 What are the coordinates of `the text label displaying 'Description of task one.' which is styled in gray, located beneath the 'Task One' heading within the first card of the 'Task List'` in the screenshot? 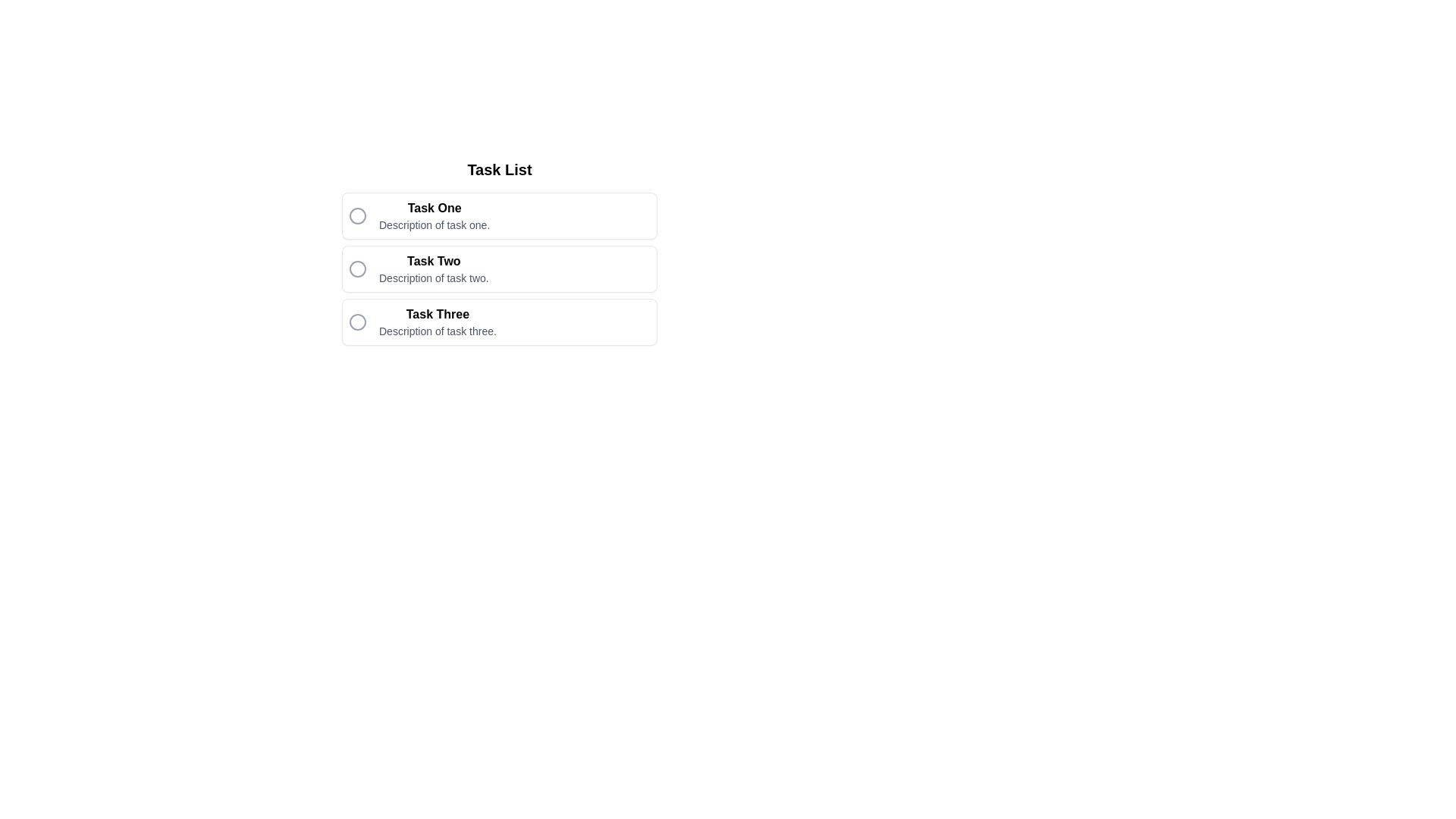 It's located at (434, 225).